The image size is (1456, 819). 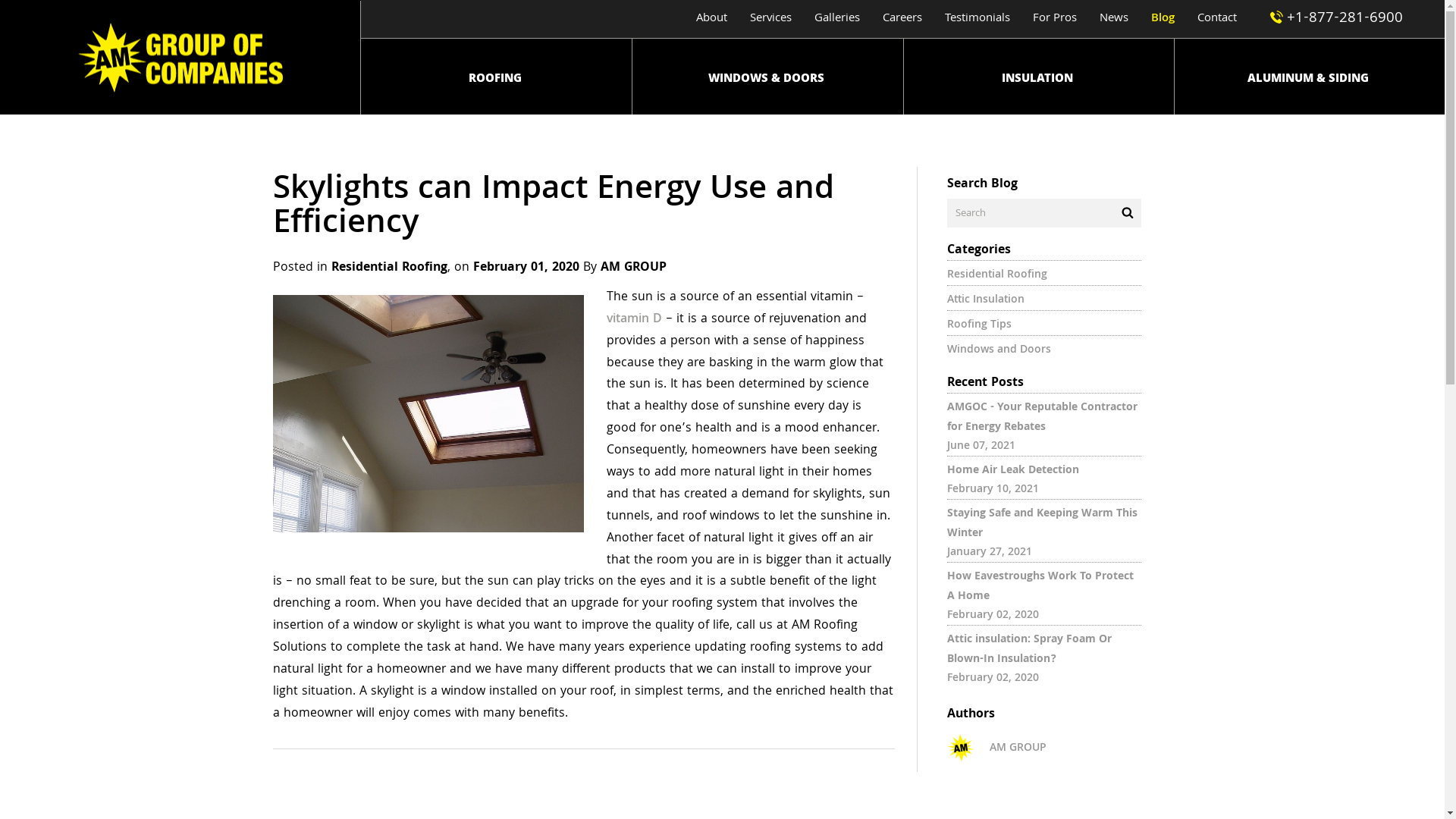 What do you see at coordinates (634, 319) in the screenshot?
I see `'vitamin D'` at bounding box center [634, 319].